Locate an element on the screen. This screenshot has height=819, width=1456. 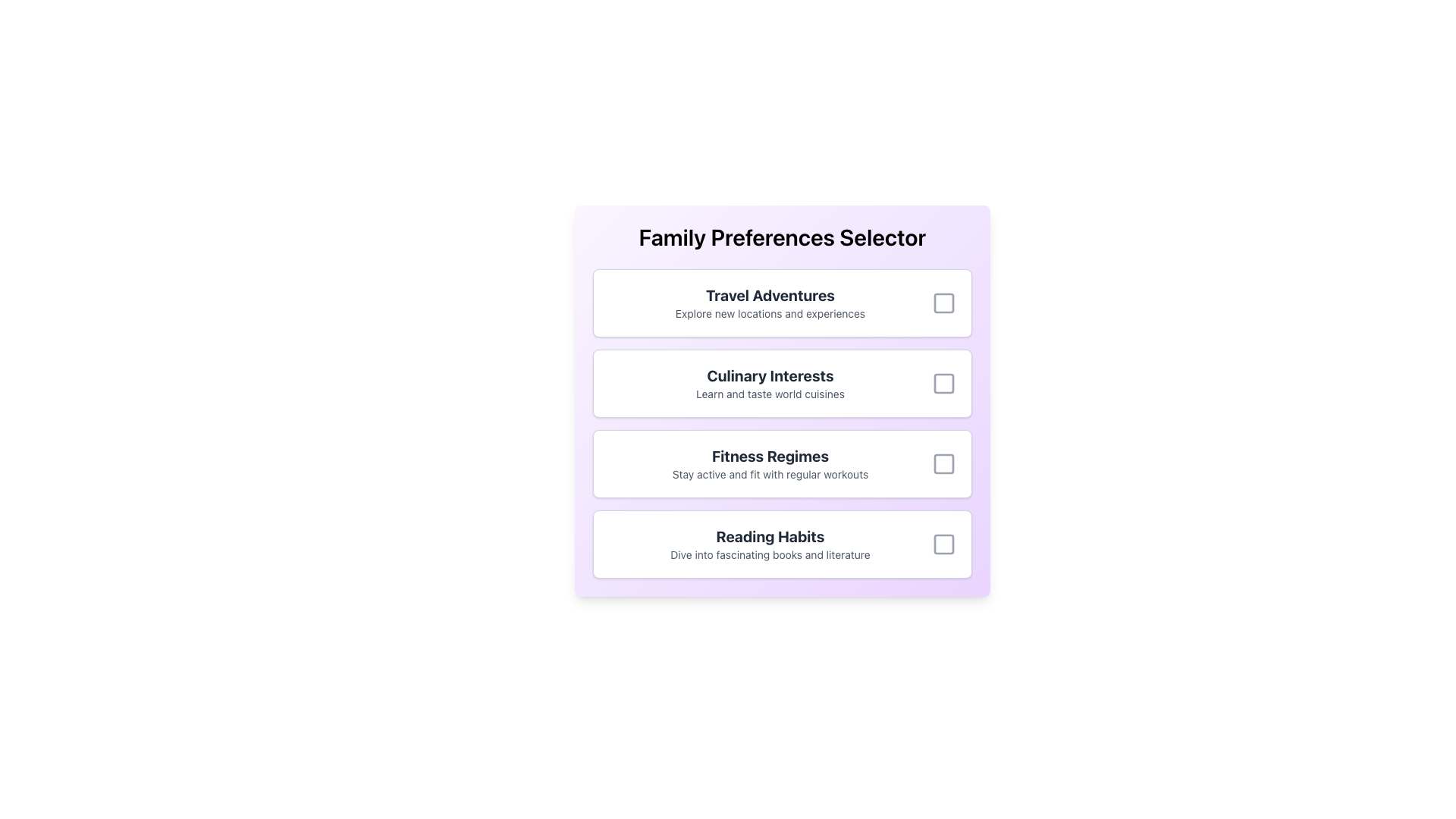
the checkbox outline for the 'Reading Habits' option in the 'Family Preferences Selector' section, which is a small square with rounded corners, styled with a gray border and white background is located at coordinates (943, 543).